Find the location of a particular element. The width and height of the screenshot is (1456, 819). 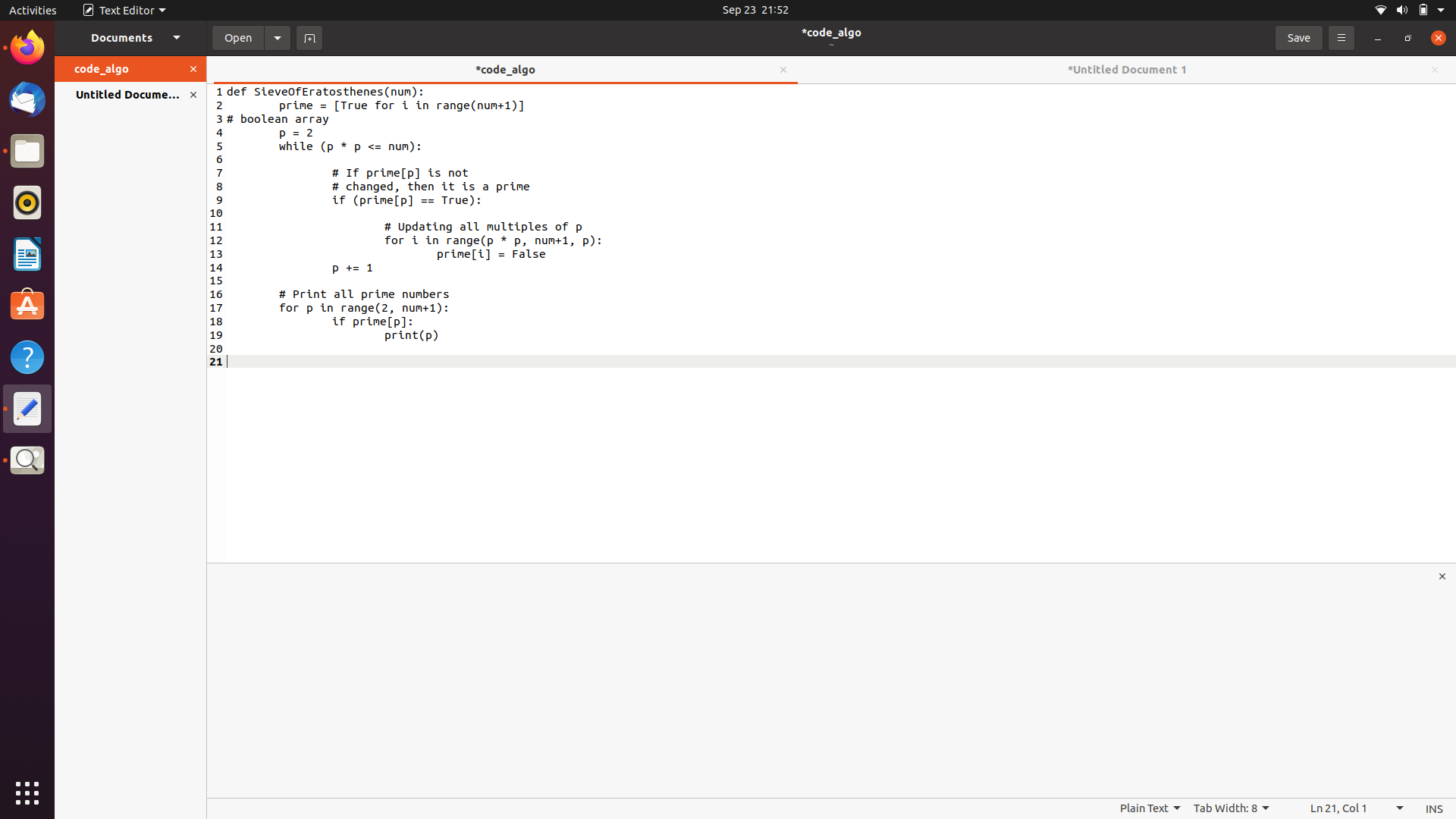

Terminate the code_algo document via the orange dashboard is located at coordinates (195, 70).